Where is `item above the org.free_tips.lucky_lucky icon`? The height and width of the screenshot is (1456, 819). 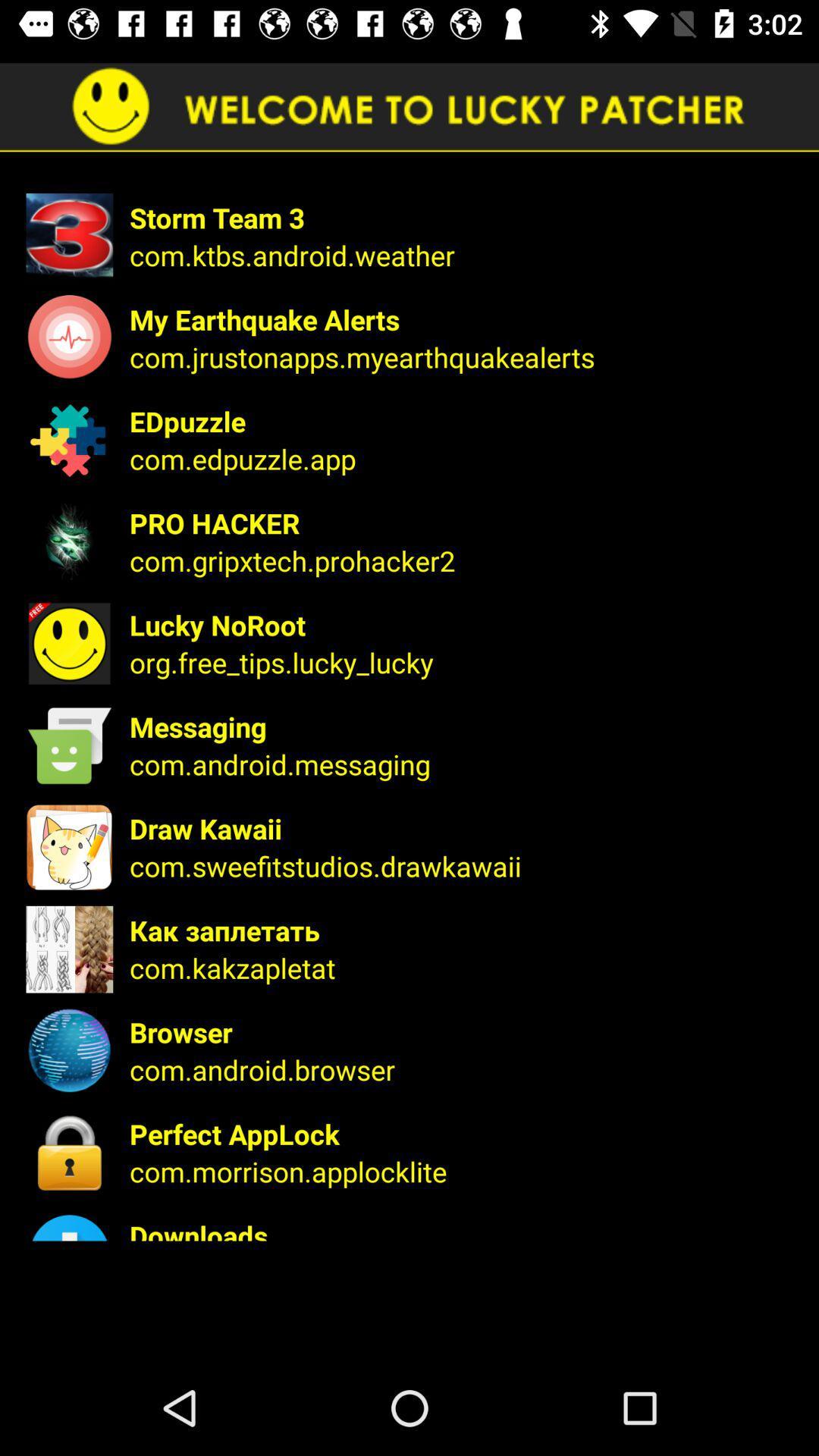
item above the org.free_tips.lucky_lucky icon is located at coordinates (463, 625).